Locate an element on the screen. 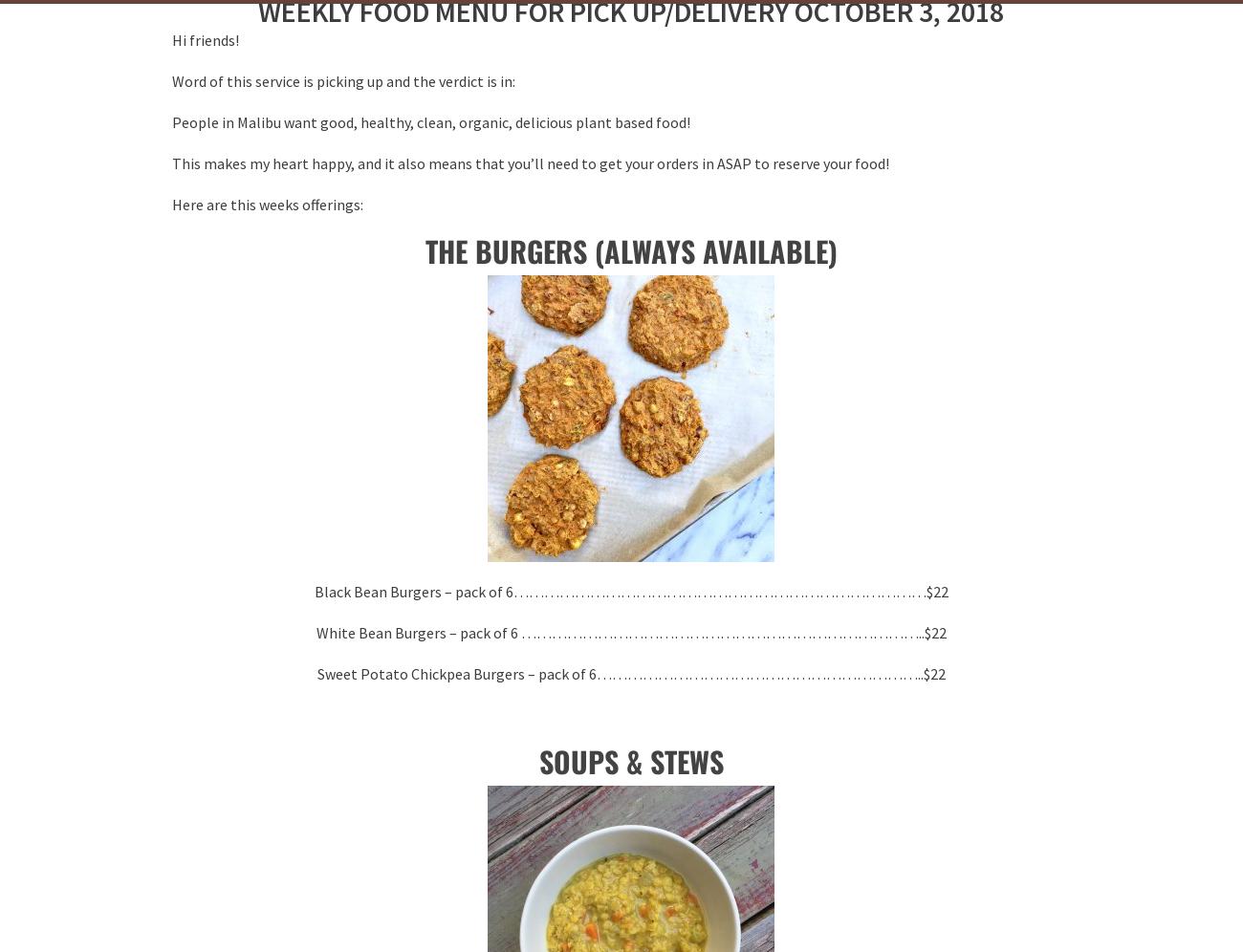 The image size is (1243, 952). 'Here are this weeks offerings:' is located at coordinates (268, 204).